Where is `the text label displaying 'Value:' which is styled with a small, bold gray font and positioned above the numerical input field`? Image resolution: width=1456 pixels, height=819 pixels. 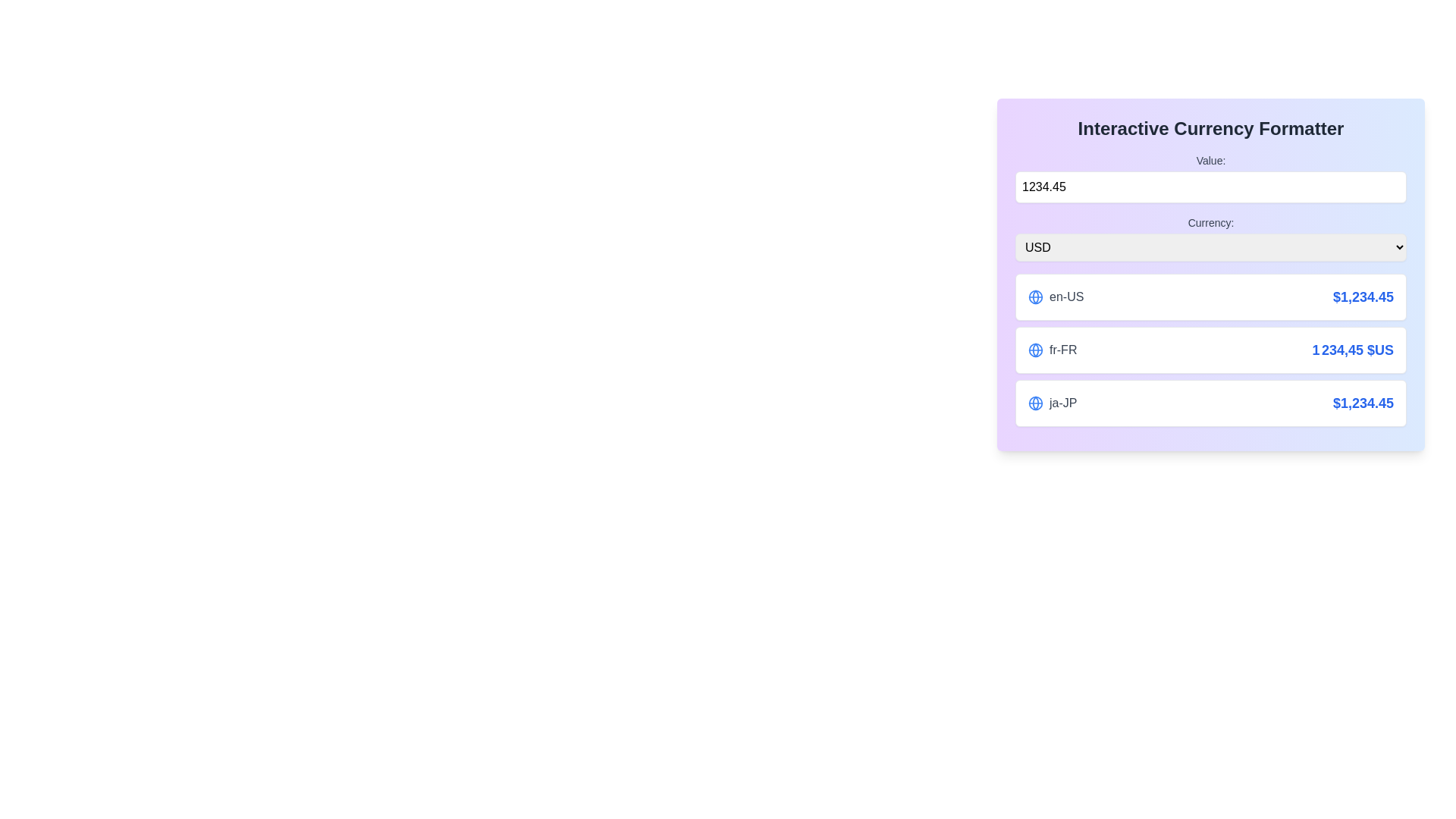 the text label displaying 'Value:' which is styled with a small, bold gray font and positioned above the numerical input field is located at coordinates (1210, 161).